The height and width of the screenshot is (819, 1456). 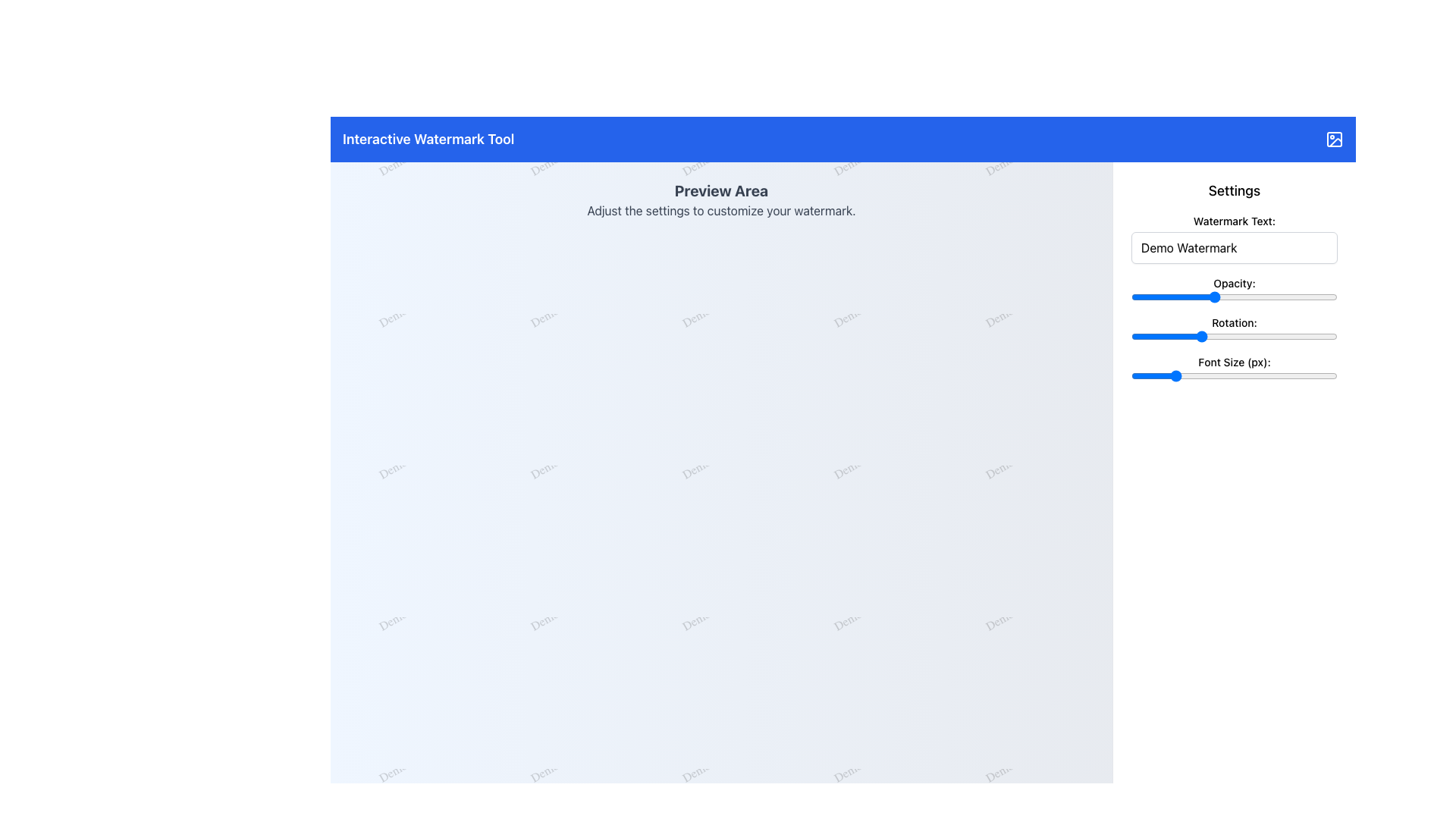 I want to click on the icon representing an interactive button located at the far right of the blue header bar titled 'Interactive Watermark Tool', so click(x=1335, y=140).